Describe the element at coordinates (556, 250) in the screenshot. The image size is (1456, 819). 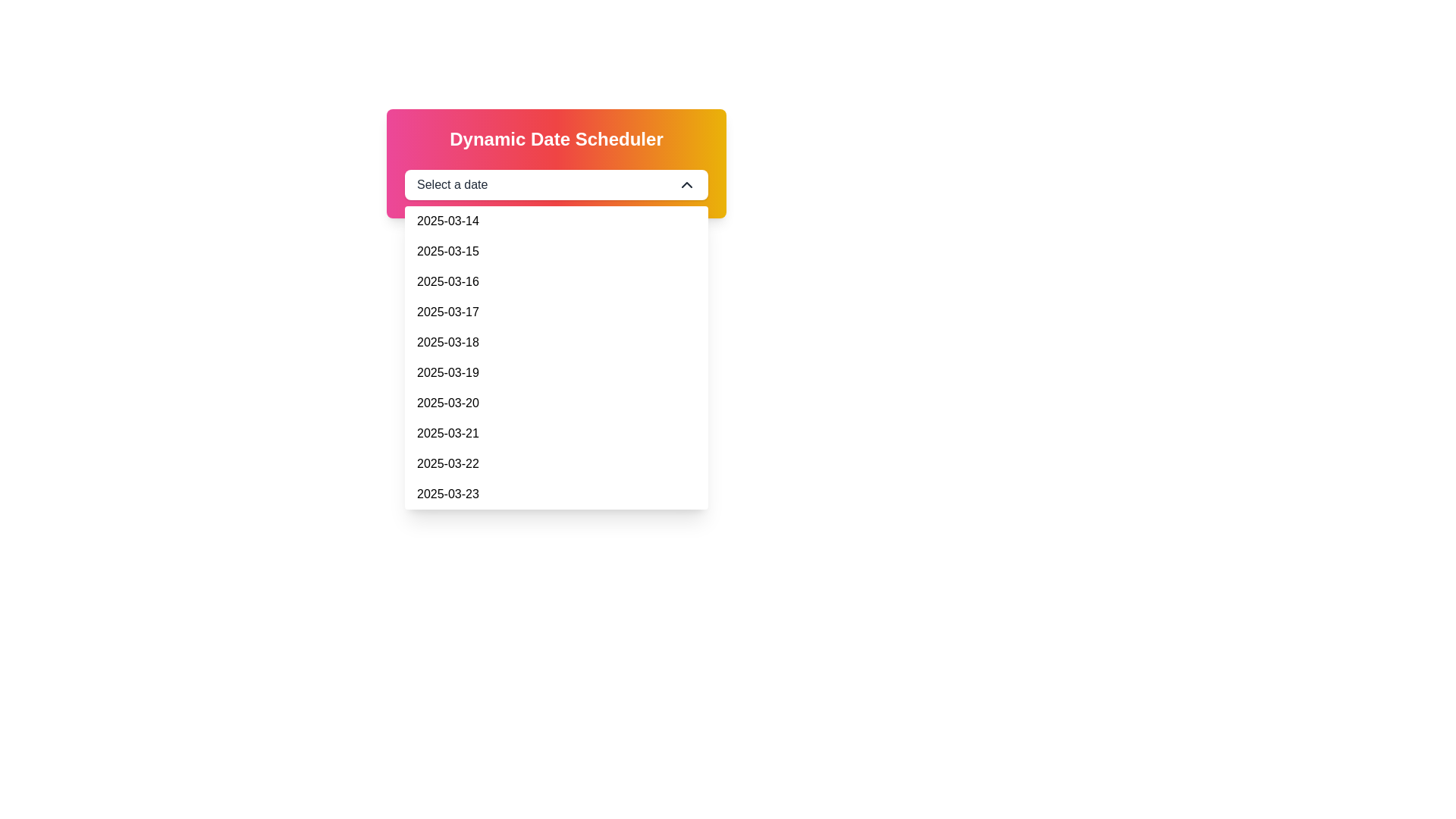
I see `the second list item in the date selection dropdown under 'Dynamic Date Scheduler'` at that location.